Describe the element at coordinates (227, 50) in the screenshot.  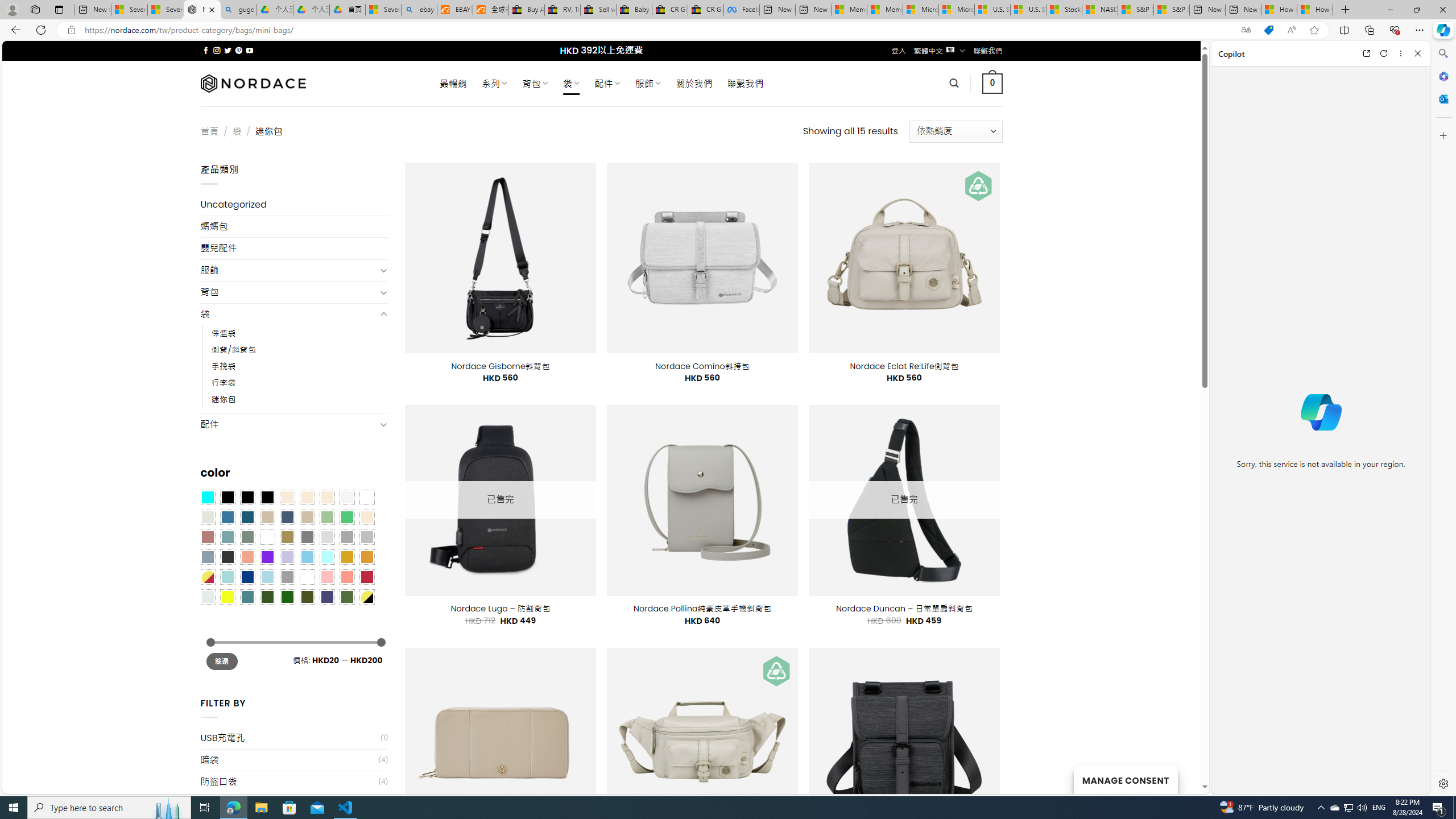
I see `'Follow on Twitter'` at that location.